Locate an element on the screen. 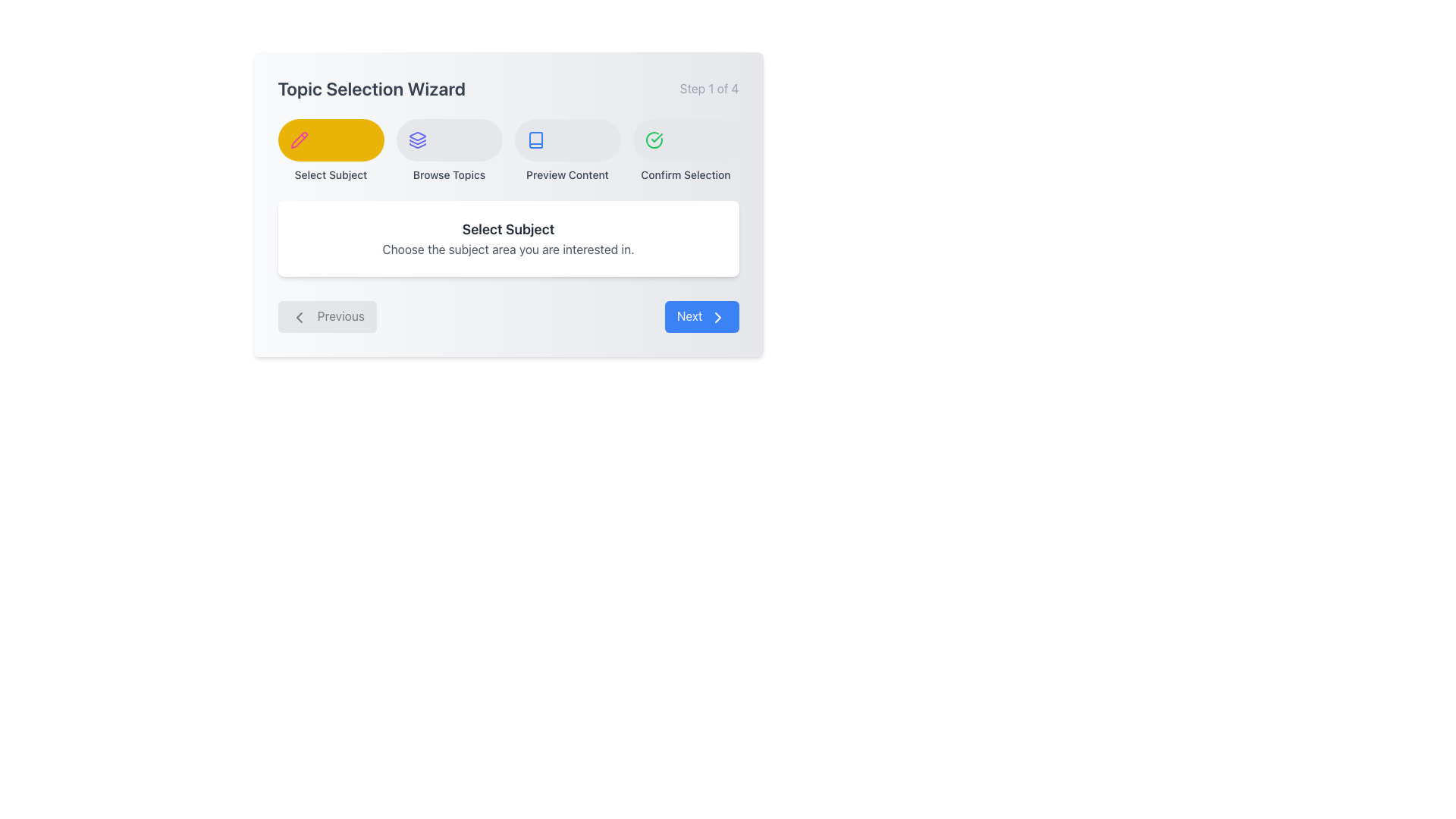  the text element indicating the current step in the 'Topic Selection Wizard', located to the far-right of the header is located at coordinates (708, 88).